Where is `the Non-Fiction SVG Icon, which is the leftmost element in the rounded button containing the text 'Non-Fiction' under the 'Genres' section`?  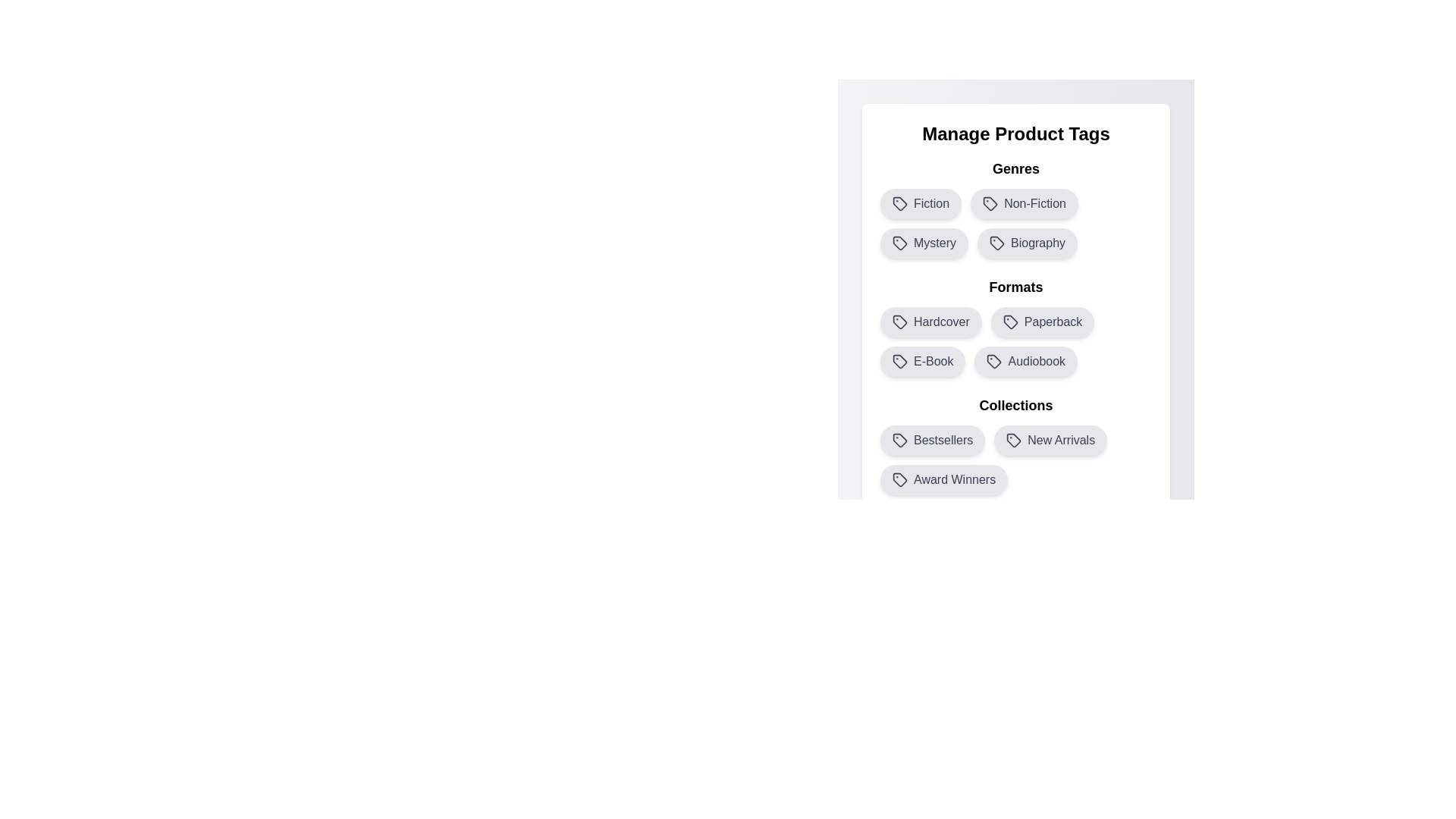 the Non-Fiction SVG Icon, which is the leftmost element in the rounded button containing the text 'Non-Fiction' under the 'Genres' section is located at coordinates (990, 203).